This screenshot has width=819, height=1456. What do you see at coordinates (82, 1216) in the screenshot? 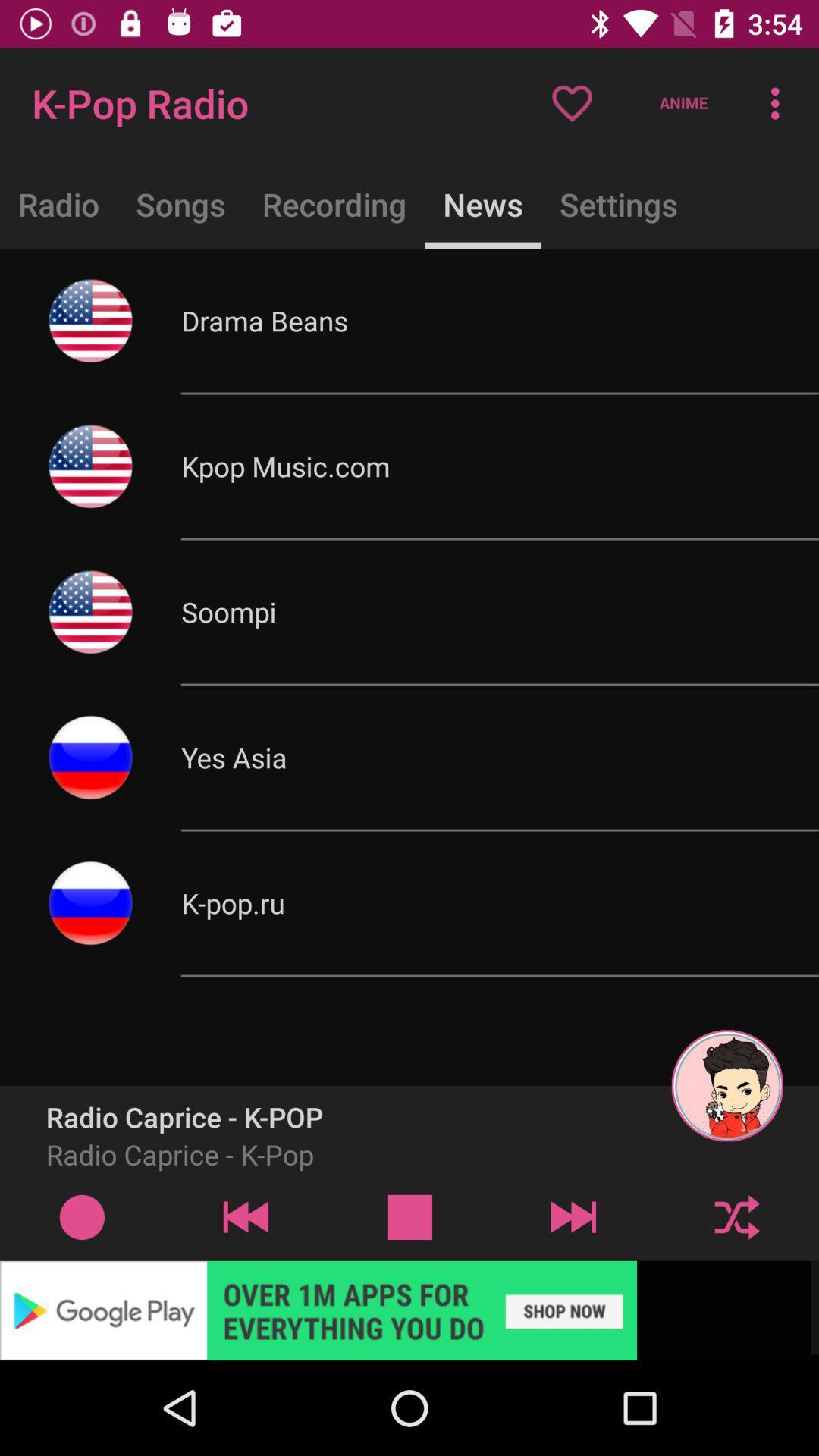
I see `to record` at bounding box center [82, 1216].